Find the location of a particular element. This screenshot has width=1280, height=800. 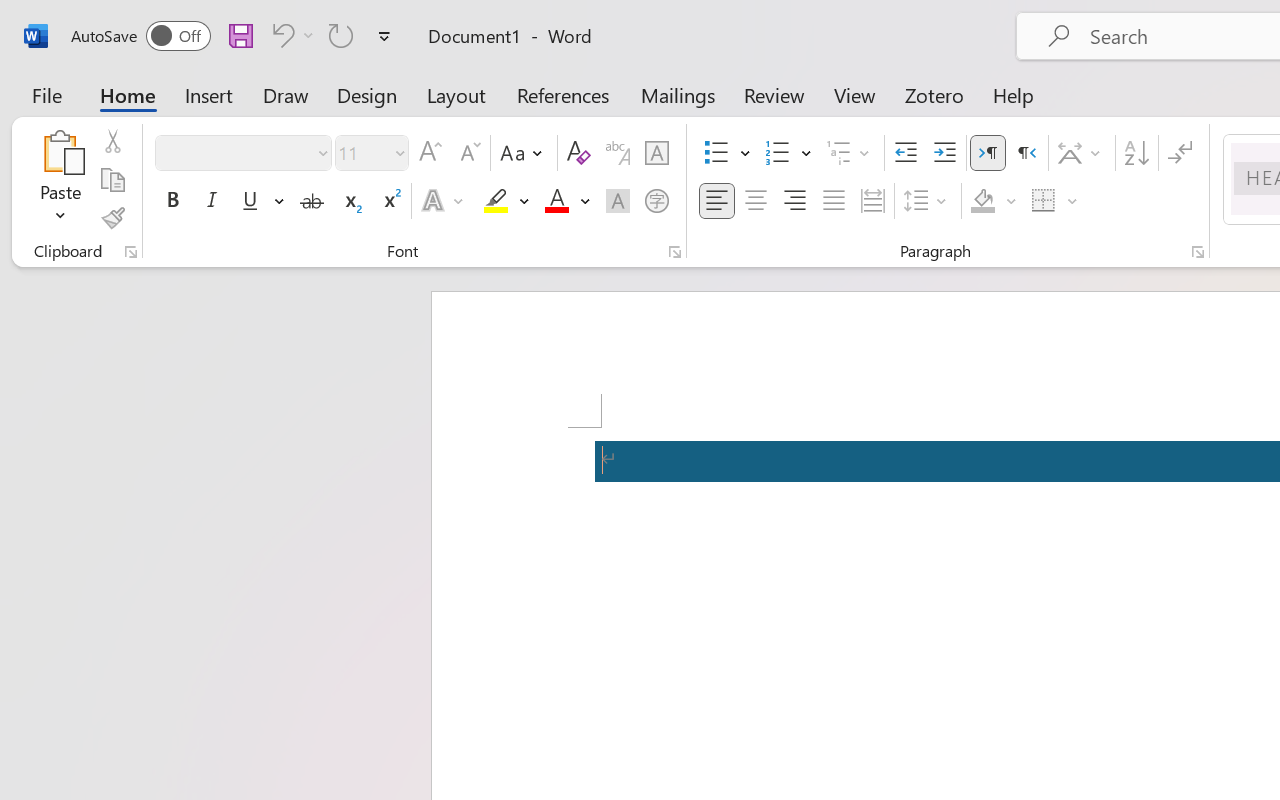

'Shading No Color' is located at coordinates (983, 201).